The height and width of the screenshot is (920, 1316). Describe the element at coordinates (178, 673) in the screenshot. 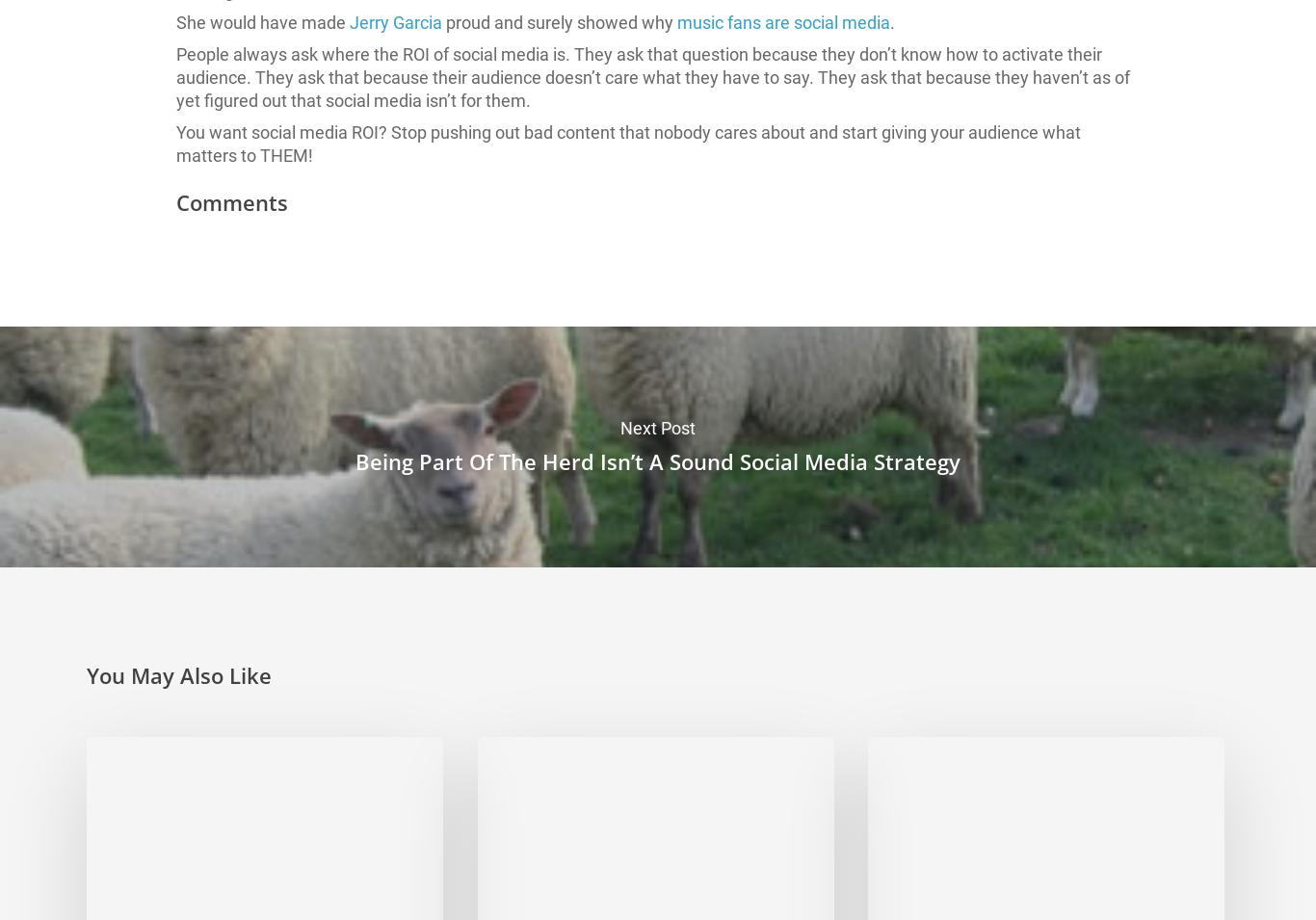

I see `'You May Also Like'` at that location.